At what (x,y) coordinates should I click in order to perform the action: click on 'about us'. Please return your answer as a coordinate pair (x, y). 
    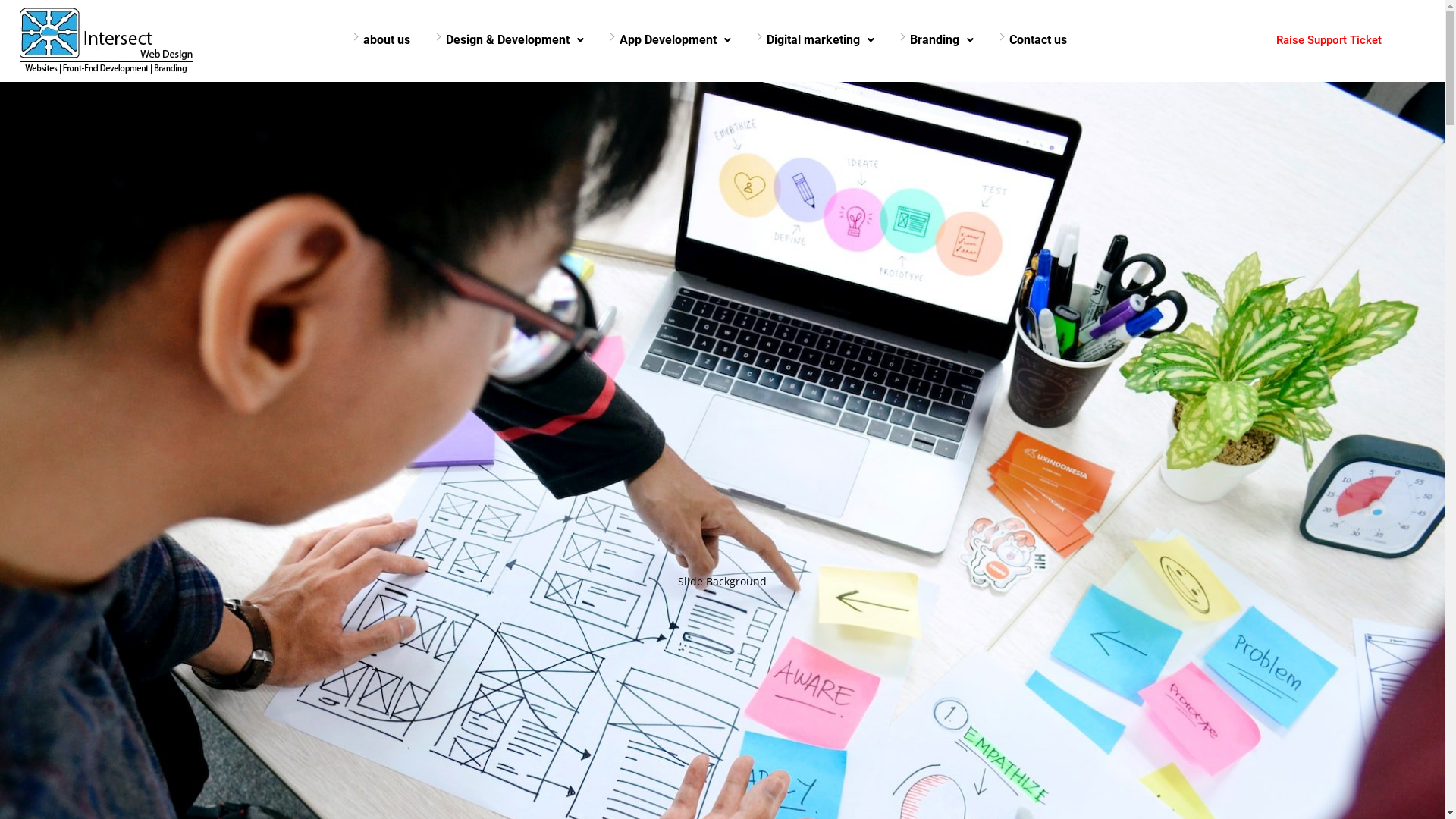
    Looking at the image, I should click on (386, 39).